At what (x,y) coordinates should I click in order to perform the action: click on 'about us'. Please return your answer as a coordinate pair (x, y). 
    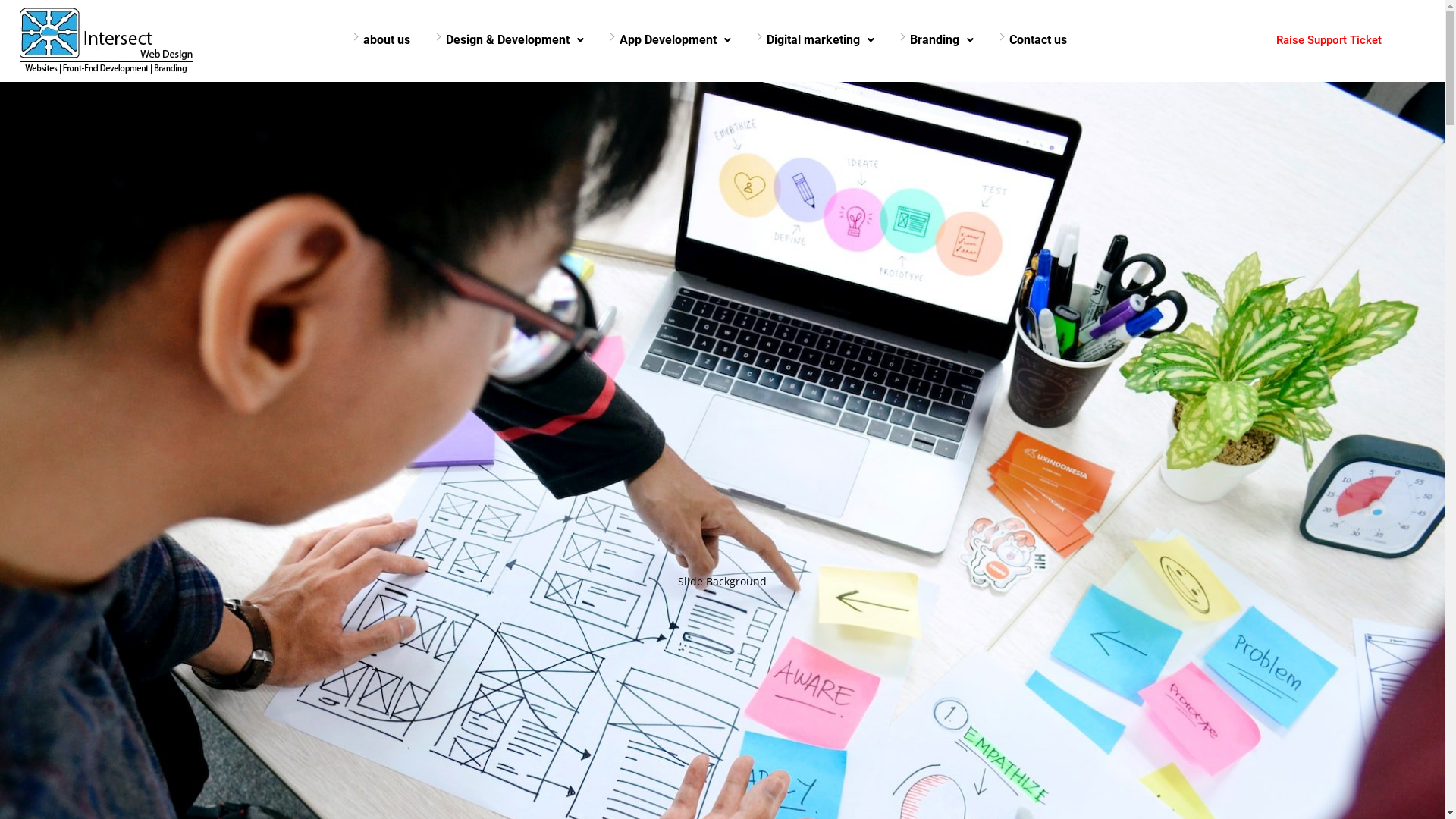
    Looking at the image, I should click on (386, 39).